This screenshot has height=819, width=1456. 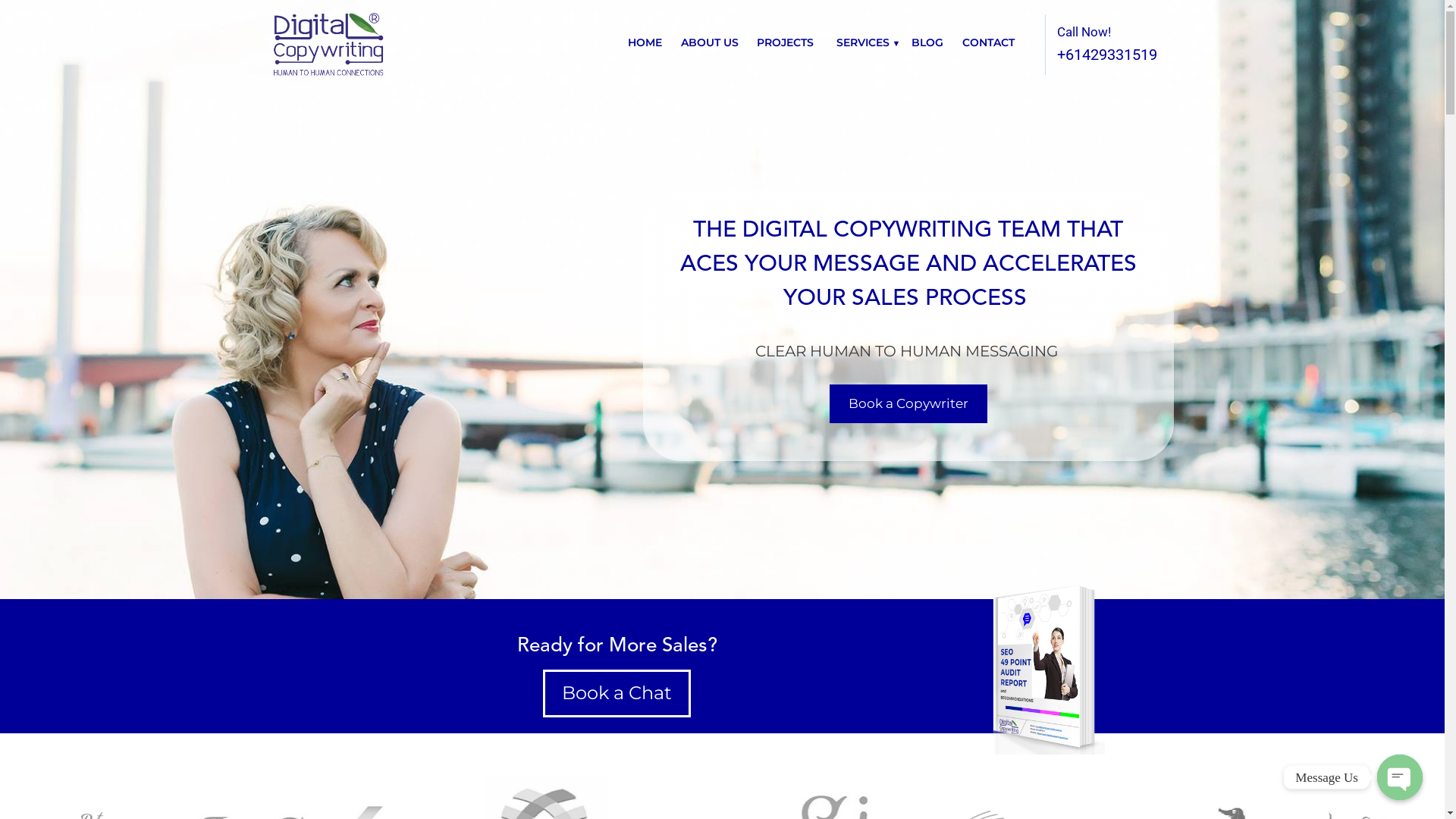 I want to click on 'imgpsh_fullsize_anim', so click(x=1039, y=666).